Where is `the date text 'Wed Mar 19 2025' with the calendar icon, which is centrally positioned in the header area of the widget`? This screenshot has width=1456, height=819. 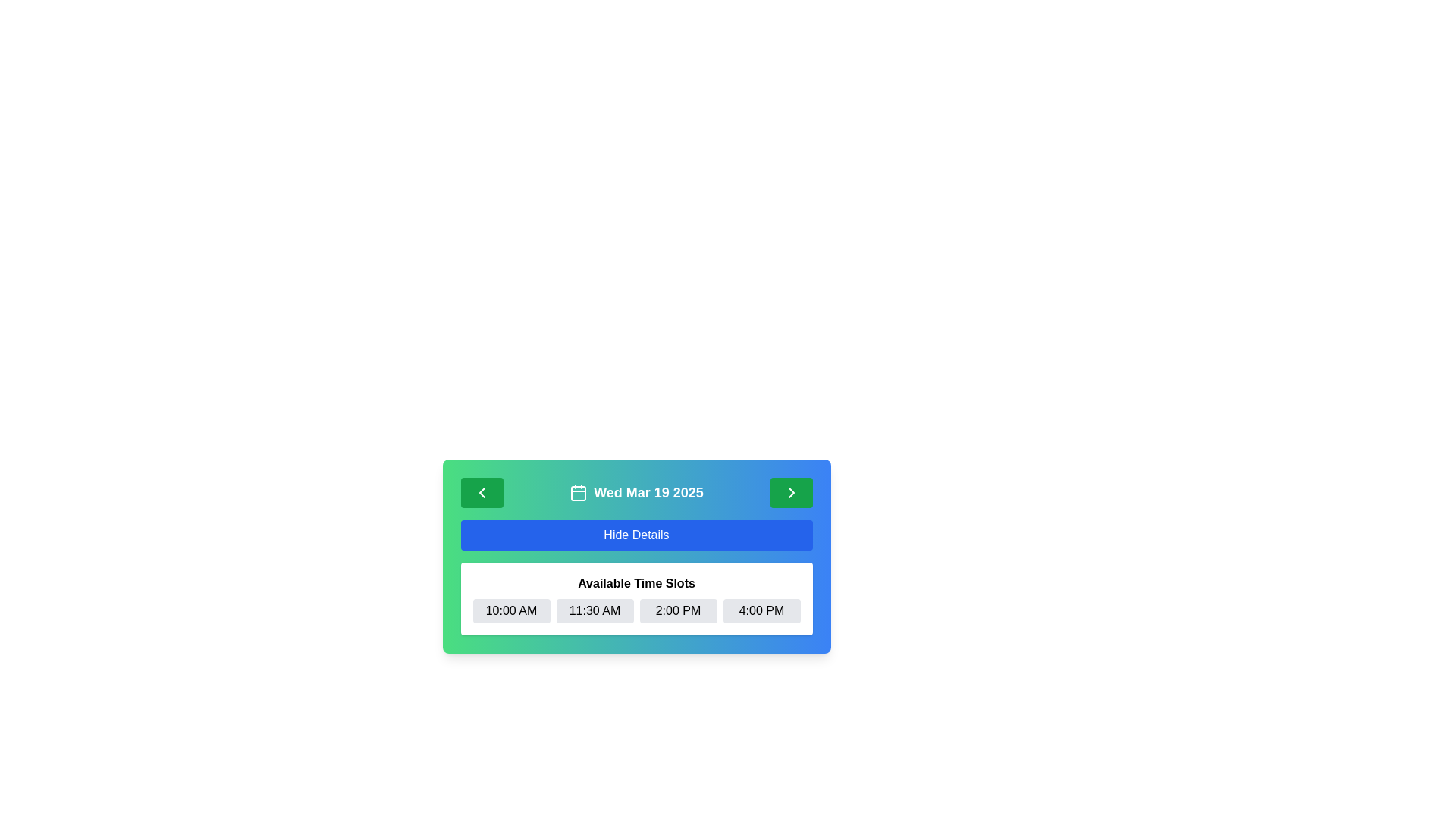 the date text 'Wed Mar 19 2025' with the calendar icon, which is centrally positioned in the header area of the widget is located at coordinates (636, 493).